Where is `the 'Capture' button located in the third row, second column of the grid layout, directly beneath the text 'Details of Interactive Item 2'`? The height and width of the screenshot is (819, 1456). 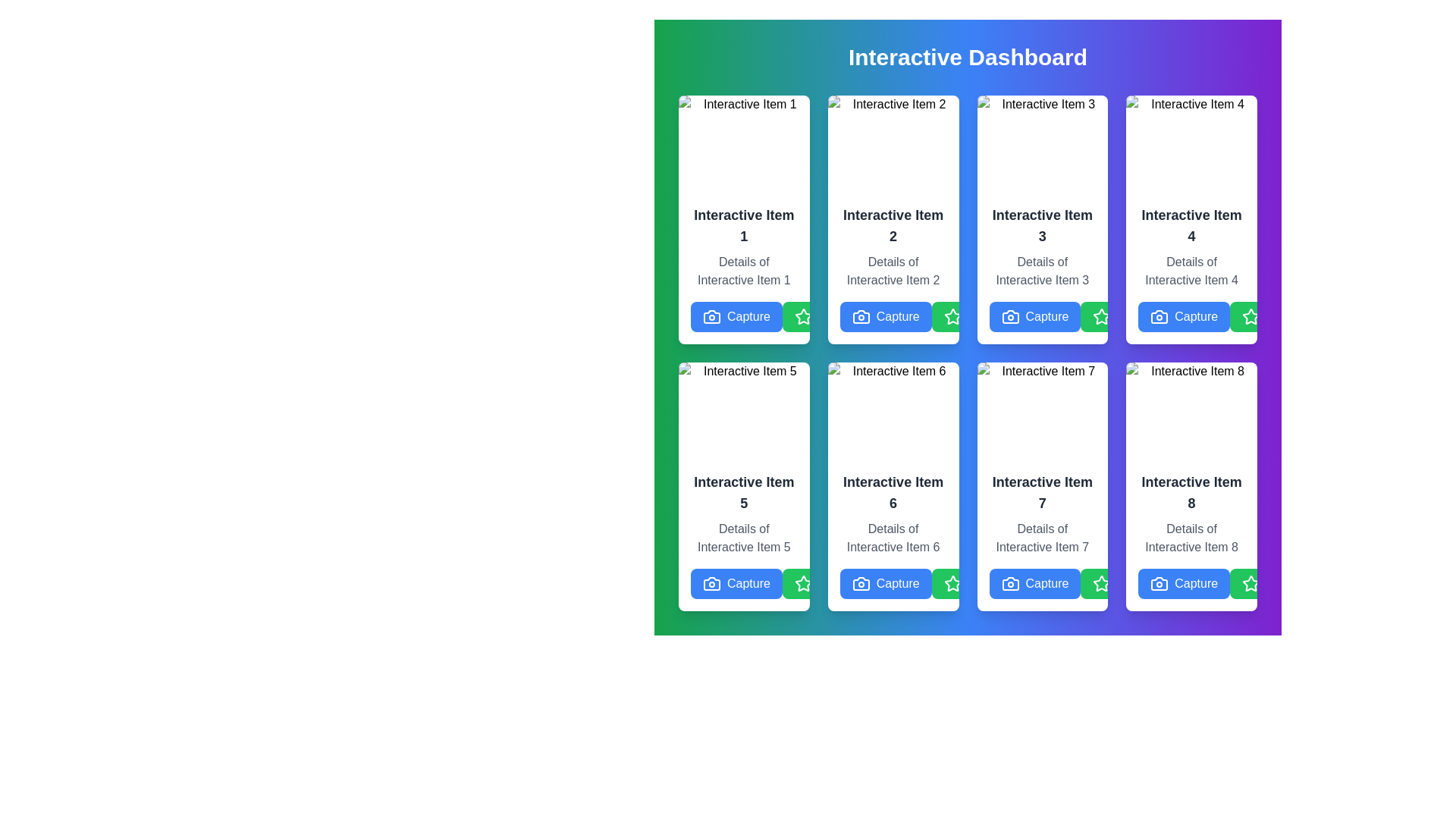
the 'Capture' button located in the third row, second column of the grid layout, directly beneath the text 'Details of Interactive Item 2' is located at coordinates (893, 315).